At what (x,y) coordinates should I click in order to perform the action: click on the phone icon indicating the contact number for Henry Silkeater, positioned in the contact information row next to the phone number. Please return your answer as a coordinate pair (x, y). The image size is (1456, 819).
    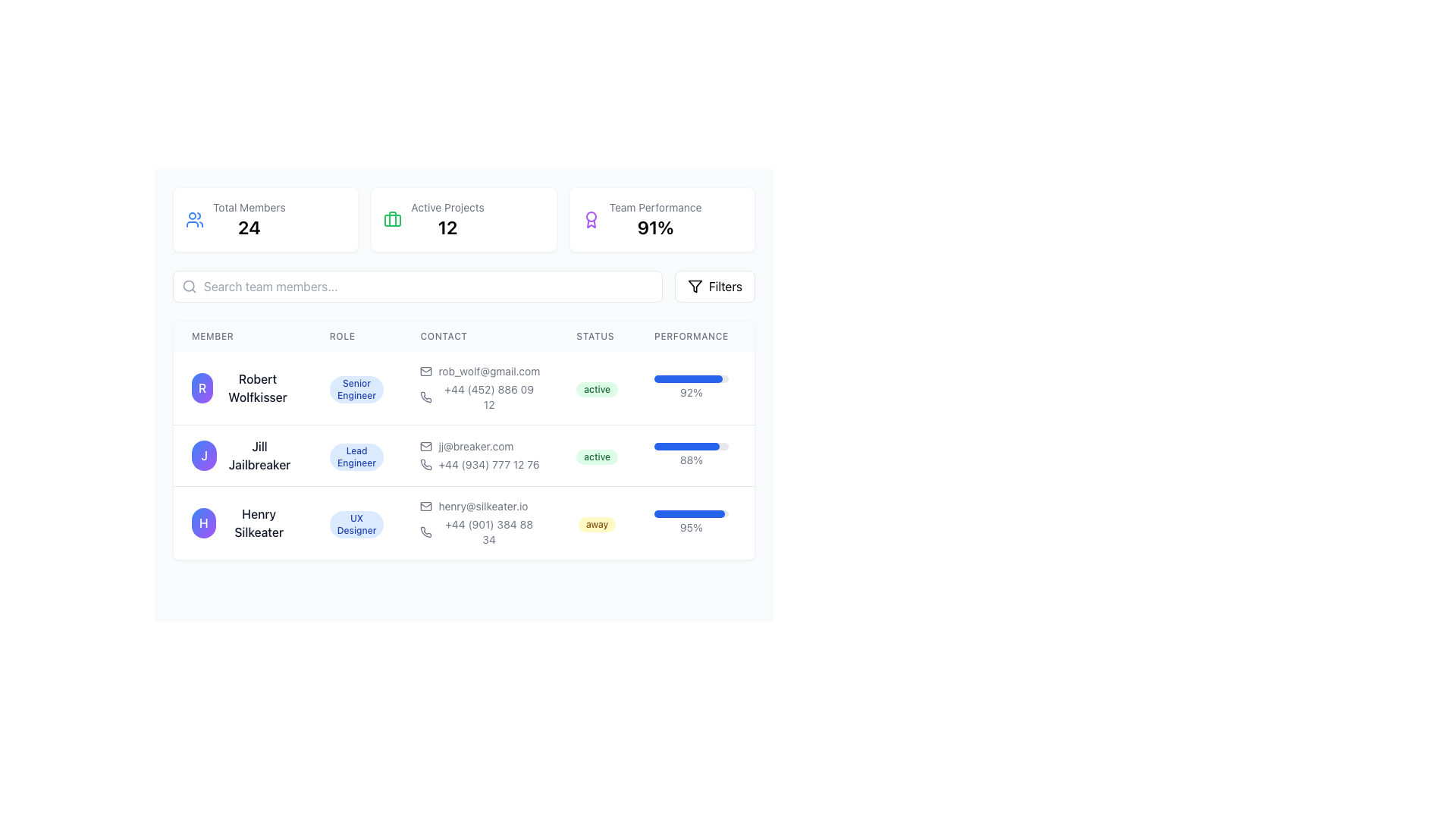
    Looking at the image, I should click on (425, 397).